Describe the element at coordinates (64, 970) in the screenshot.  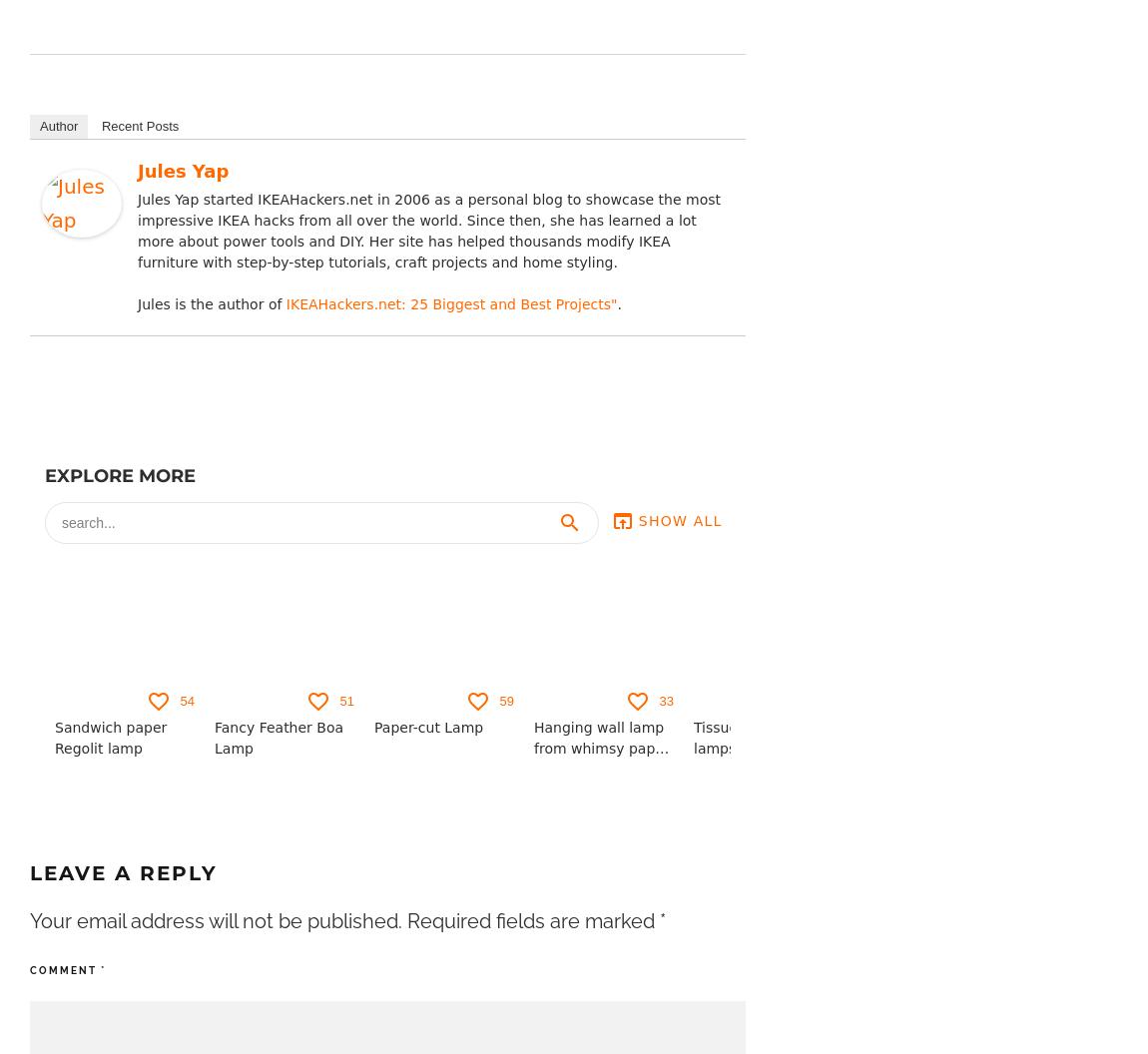
I see `'Comment'` at that location.